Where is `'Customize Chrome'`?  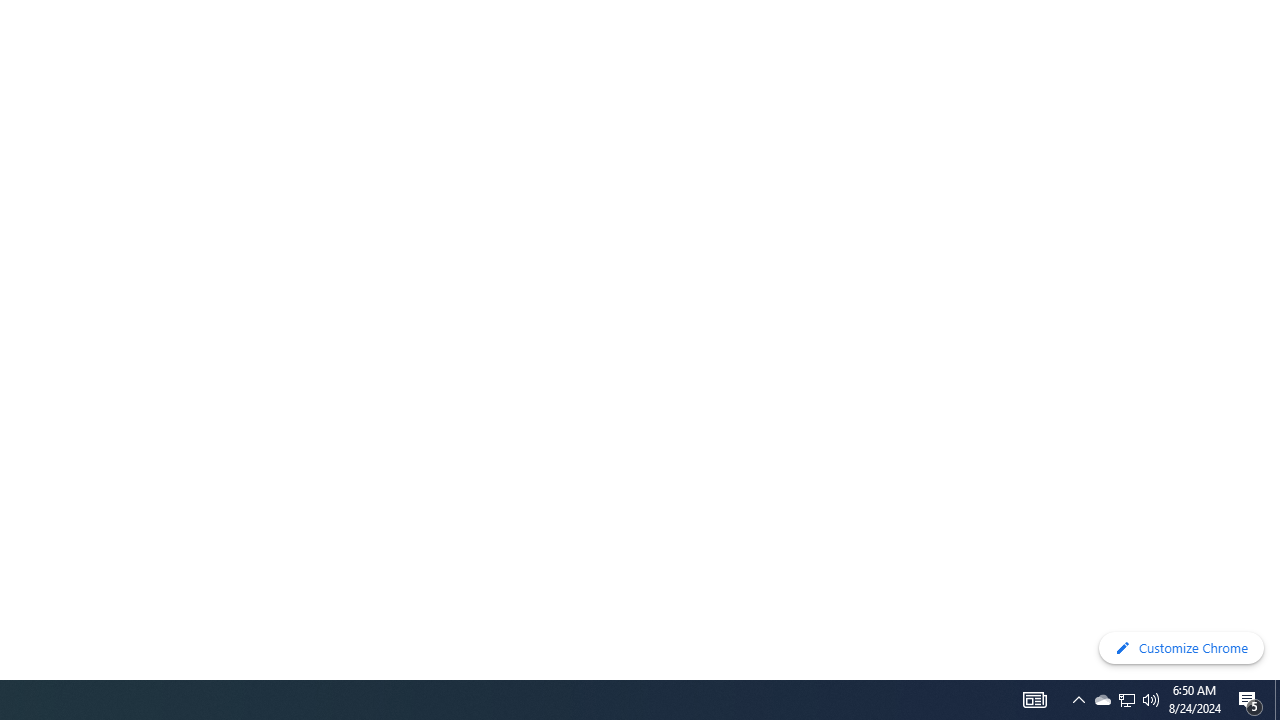
'Customize Chrome' is located at coordinates (1181, 648).